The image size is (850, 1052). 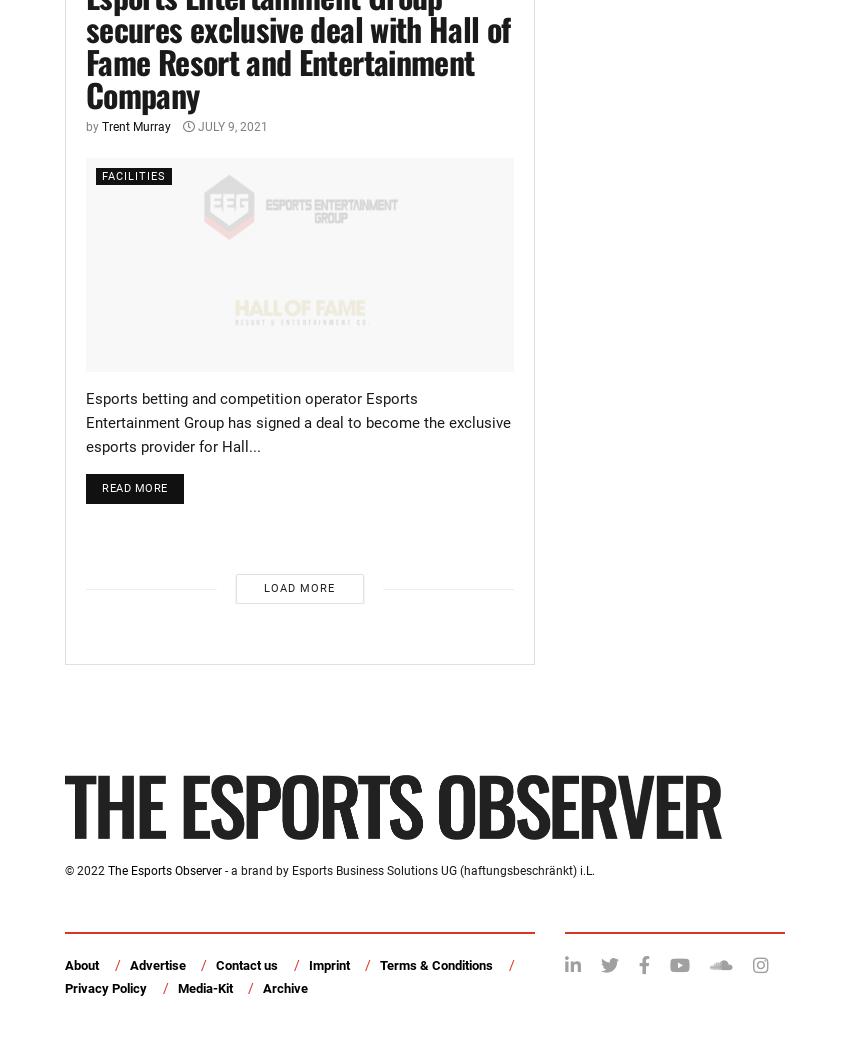 What do you see at coordinates (133, 174) in the screenshot?
I see `'Facilities'` at bounding box center [133, 174].